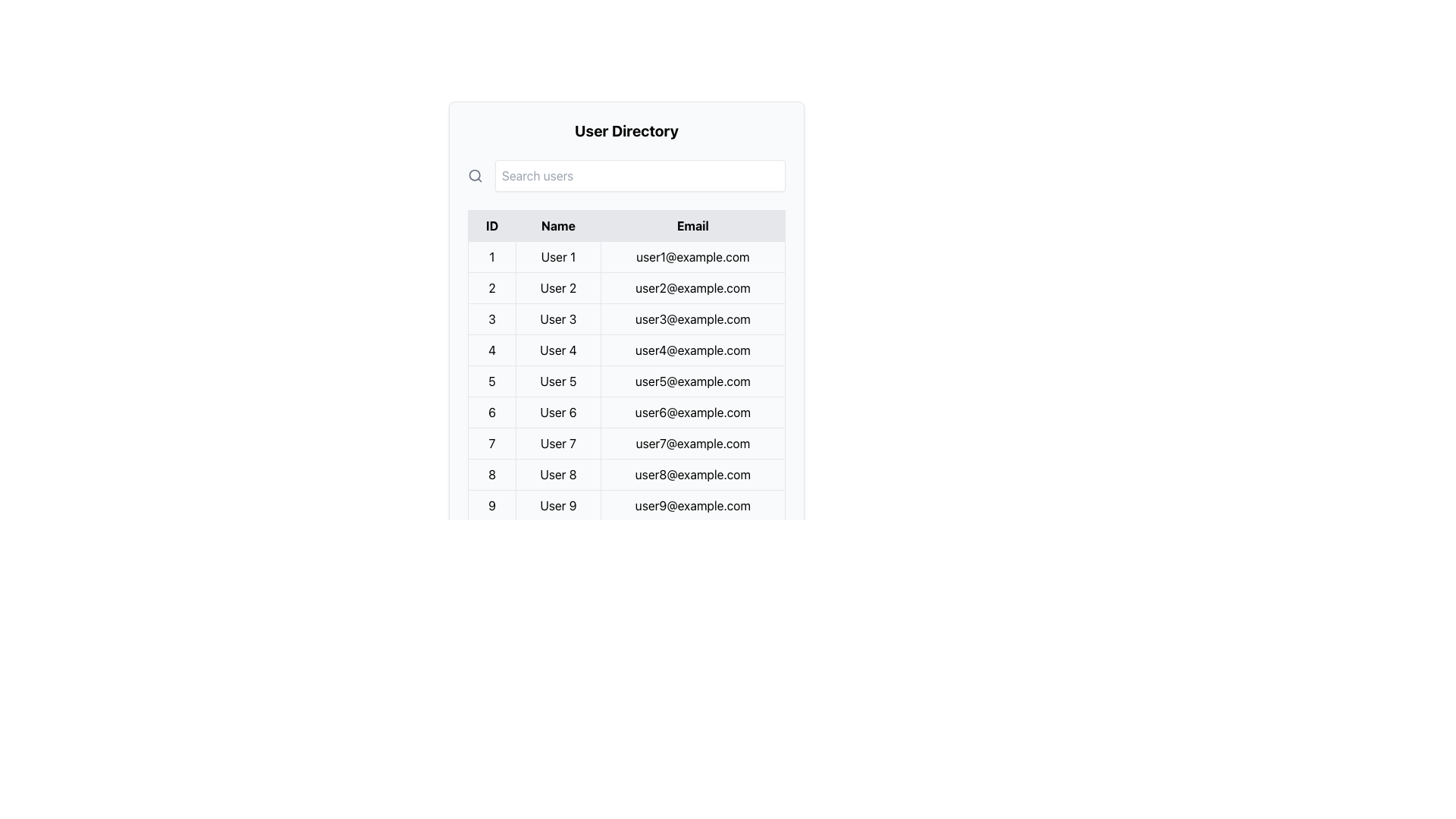 Image resolution: width=1456 pixels, height=819 pixels. What do you see at coordinates (692, 412) in the screenshot?
I see `the text element displaying the email 'user6@example.com' located in the sixth row of the table under the 'Email' column` at bounding box center [692, 412].